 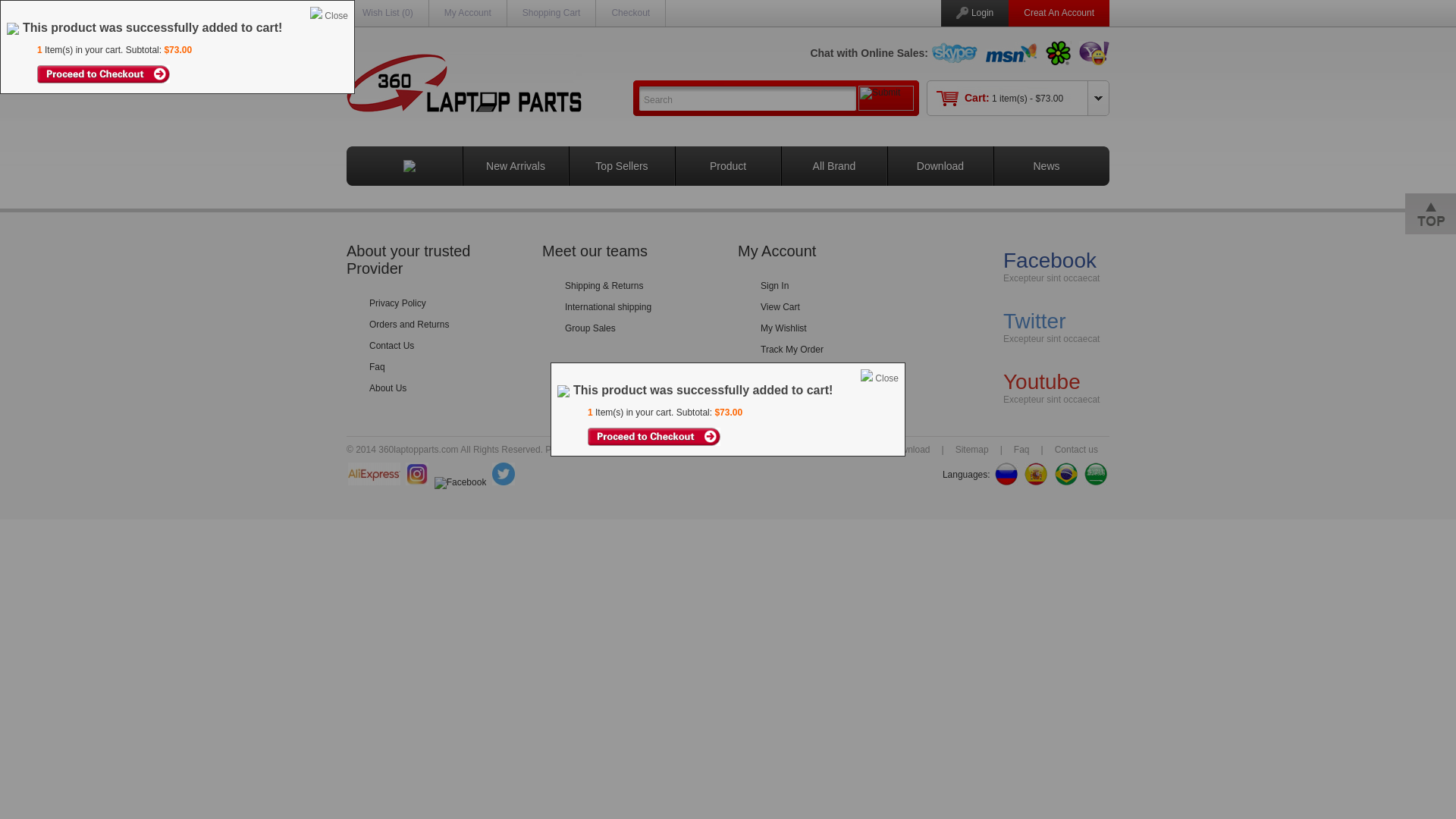 What do you see at coordinates (1058, 12) in the screenshot?
I see `'Creat An Account'` at bounding box center [1058, 12].